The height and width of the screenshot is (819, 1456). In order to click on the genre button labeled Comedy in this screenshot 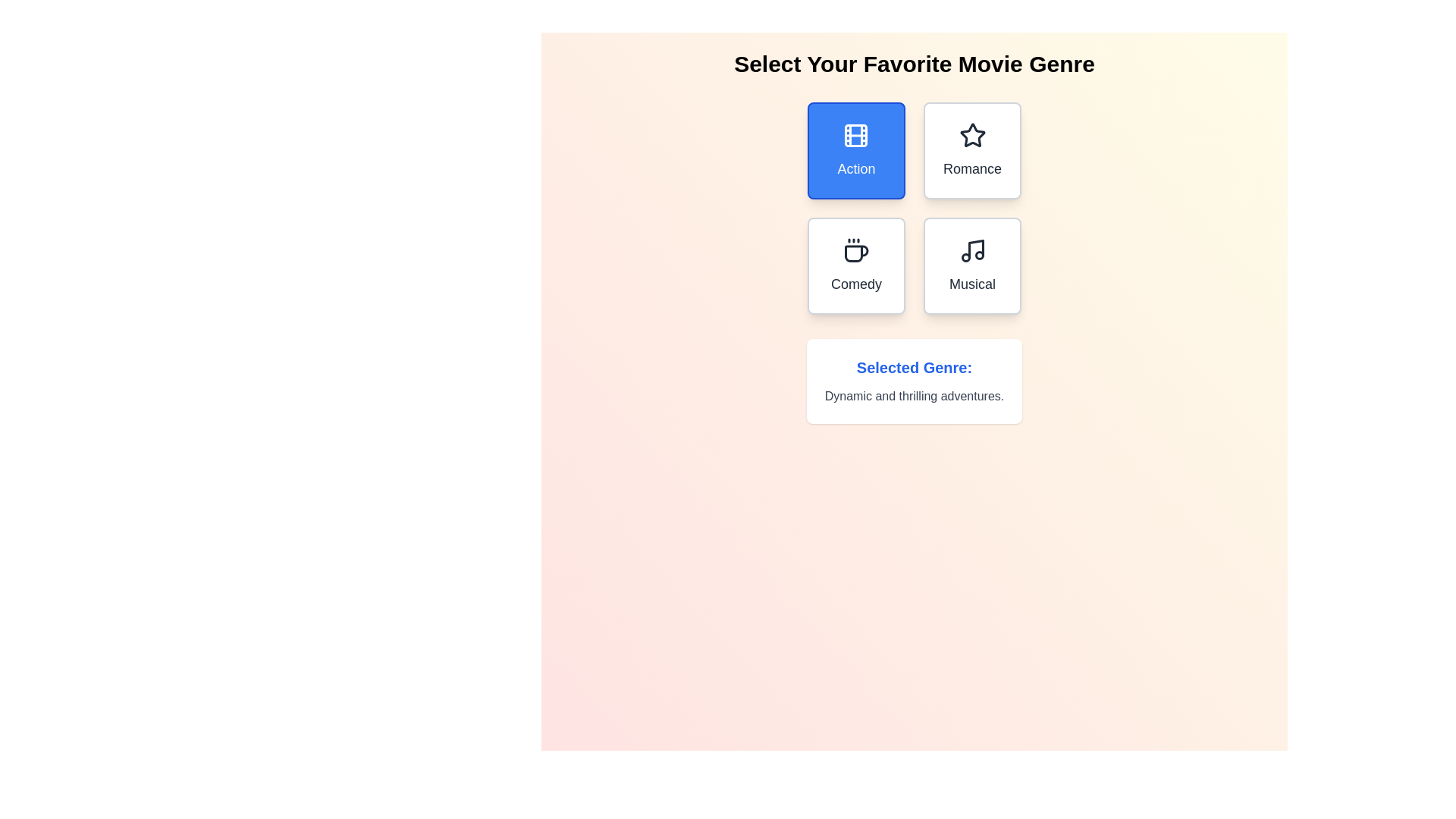, I will do `click(855, 265)`.